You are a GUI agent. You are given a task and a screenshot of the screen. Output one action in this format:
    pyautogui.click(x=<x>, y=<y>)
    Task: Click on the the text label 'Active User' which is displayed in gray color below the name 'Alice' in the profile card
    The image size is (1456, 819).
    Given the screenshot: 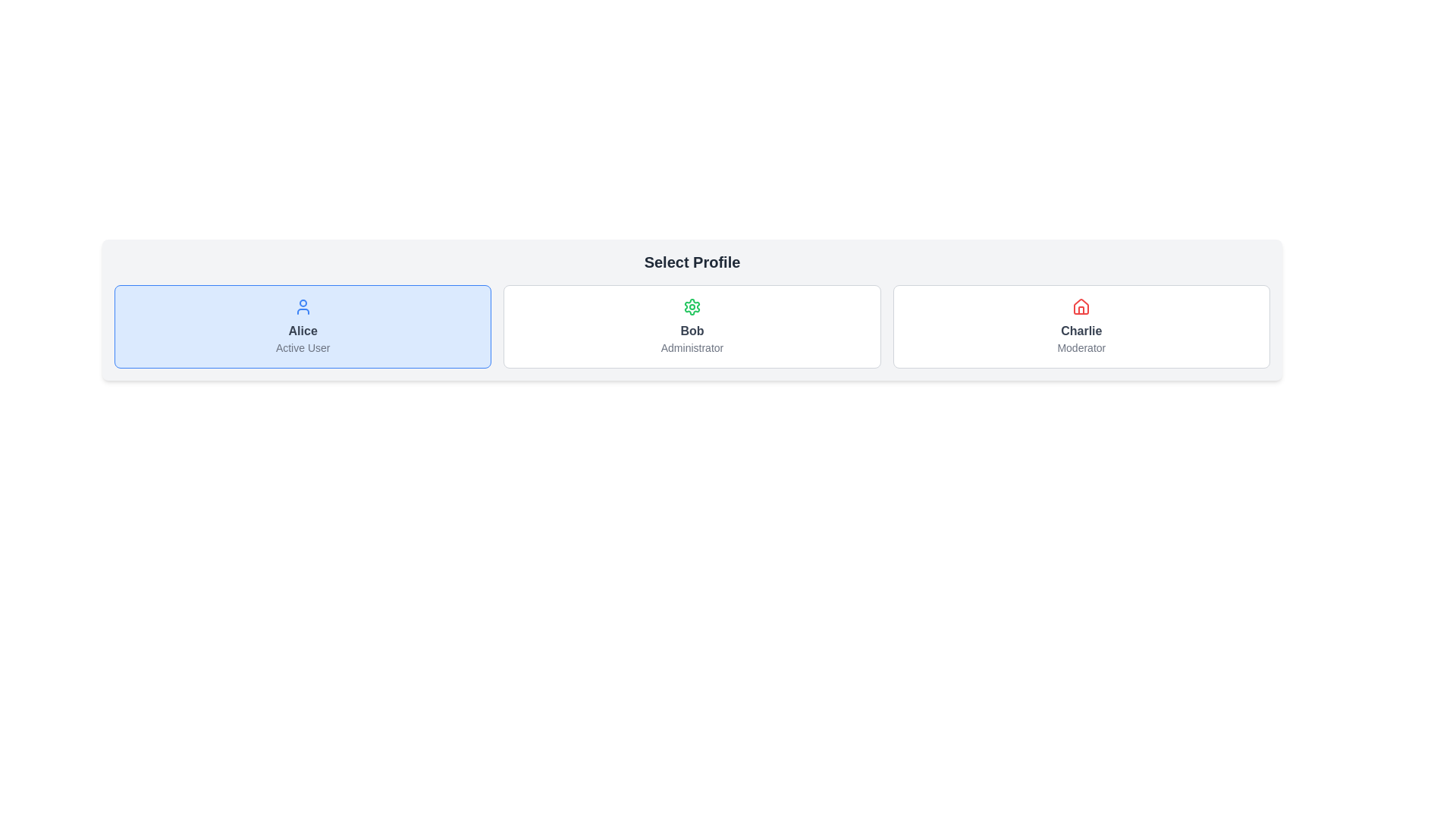 What is the action you would take?
    pyautogui.click(x=303, y=348)
    